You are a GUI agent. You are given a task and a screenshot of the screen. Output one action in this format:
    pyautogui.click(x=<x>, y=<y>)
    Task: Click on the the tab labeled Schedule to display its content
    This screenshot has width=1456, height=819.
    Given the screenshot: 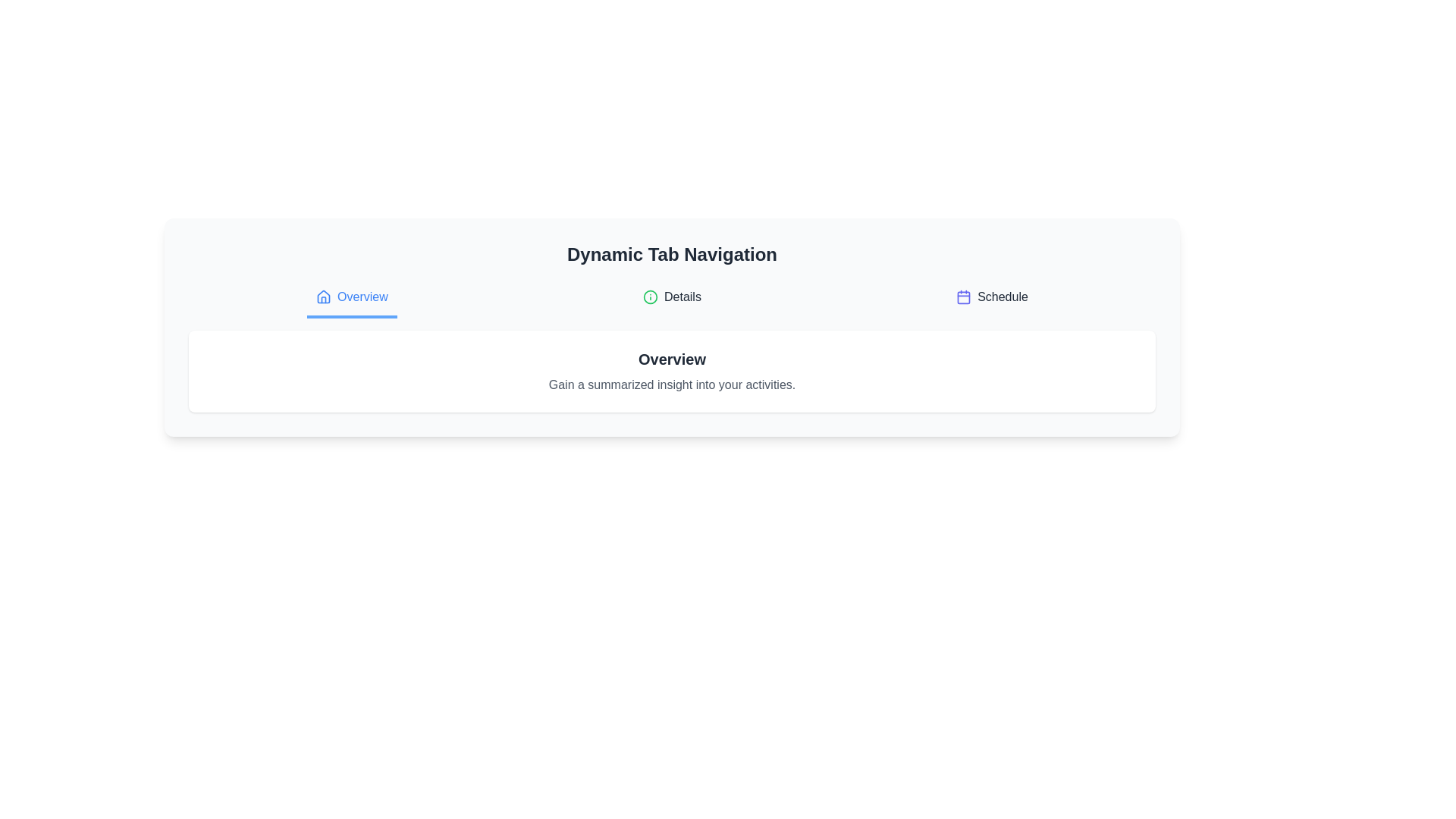 What is the action you would take?
    pyautogui.click(x=992, y=298)
    